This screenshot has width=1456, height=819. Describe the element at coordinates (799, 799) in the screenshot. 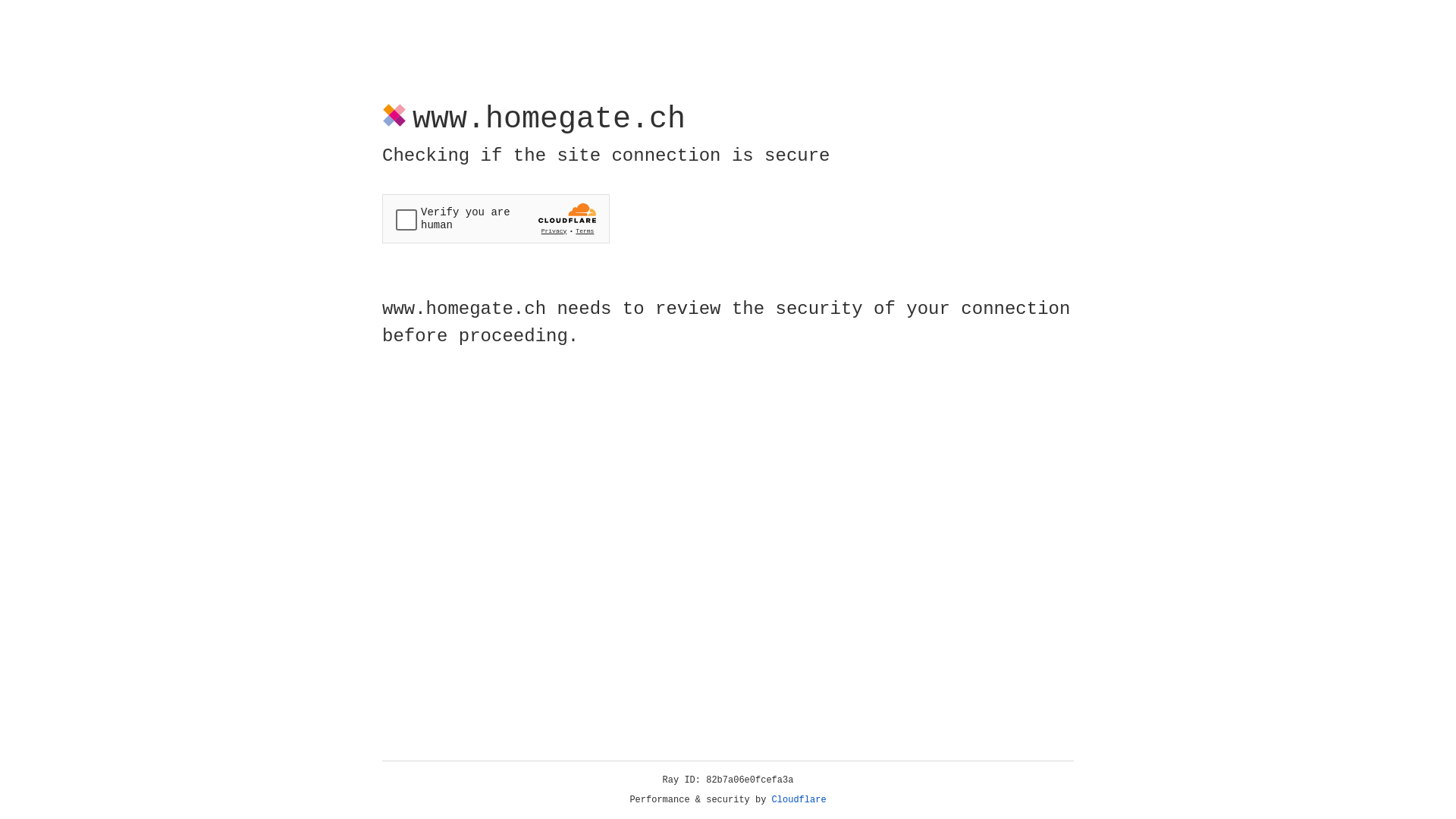

I see `'Cloudflare'` at that location.